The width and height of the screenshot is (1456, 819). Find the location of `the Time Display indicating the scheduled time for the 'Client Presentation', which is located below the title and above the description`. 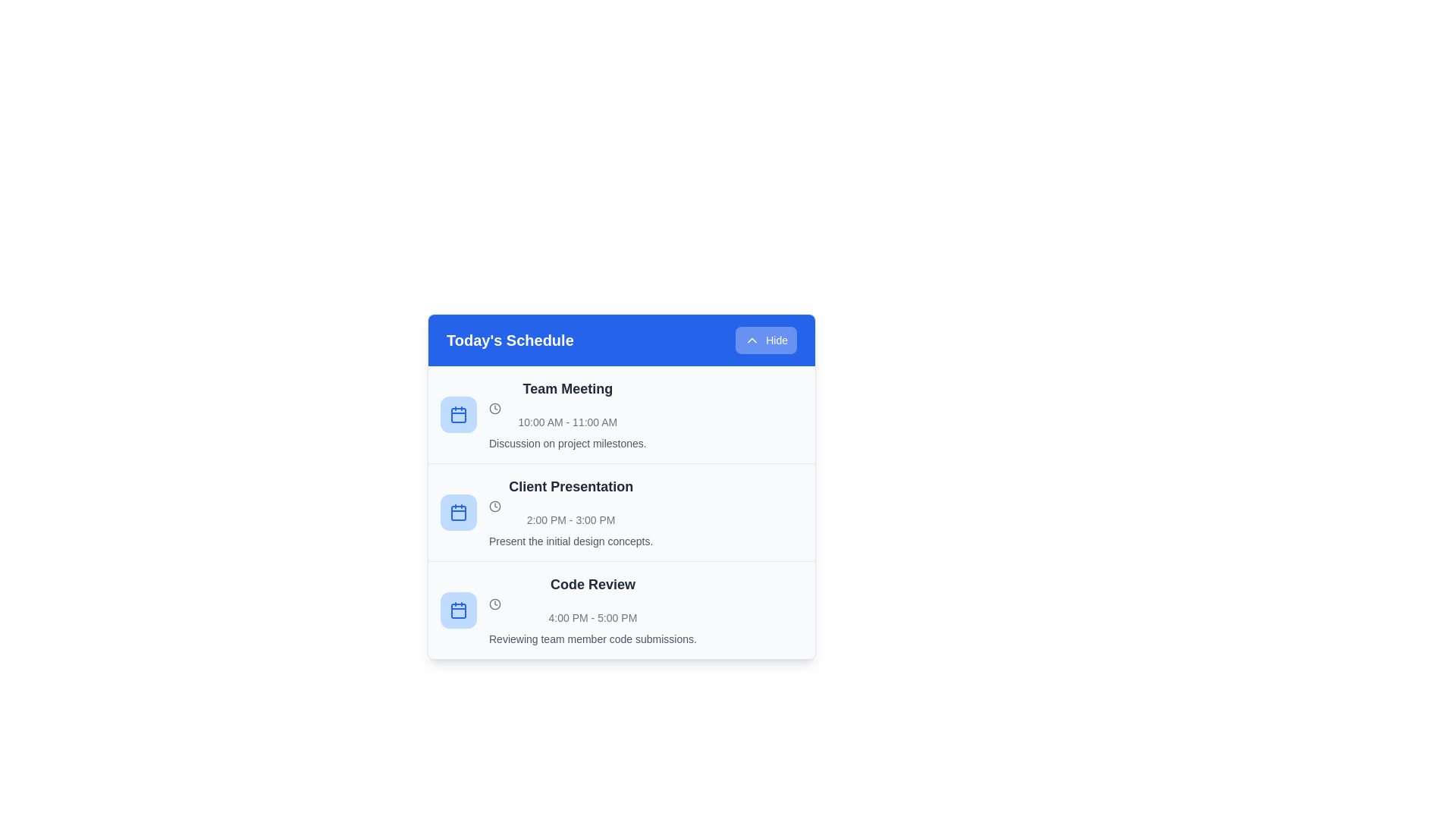

the Time Display indicating the scheduled time for the 'Client Presentation', which is located below the title and above the description is located at coordinates (570, 513).